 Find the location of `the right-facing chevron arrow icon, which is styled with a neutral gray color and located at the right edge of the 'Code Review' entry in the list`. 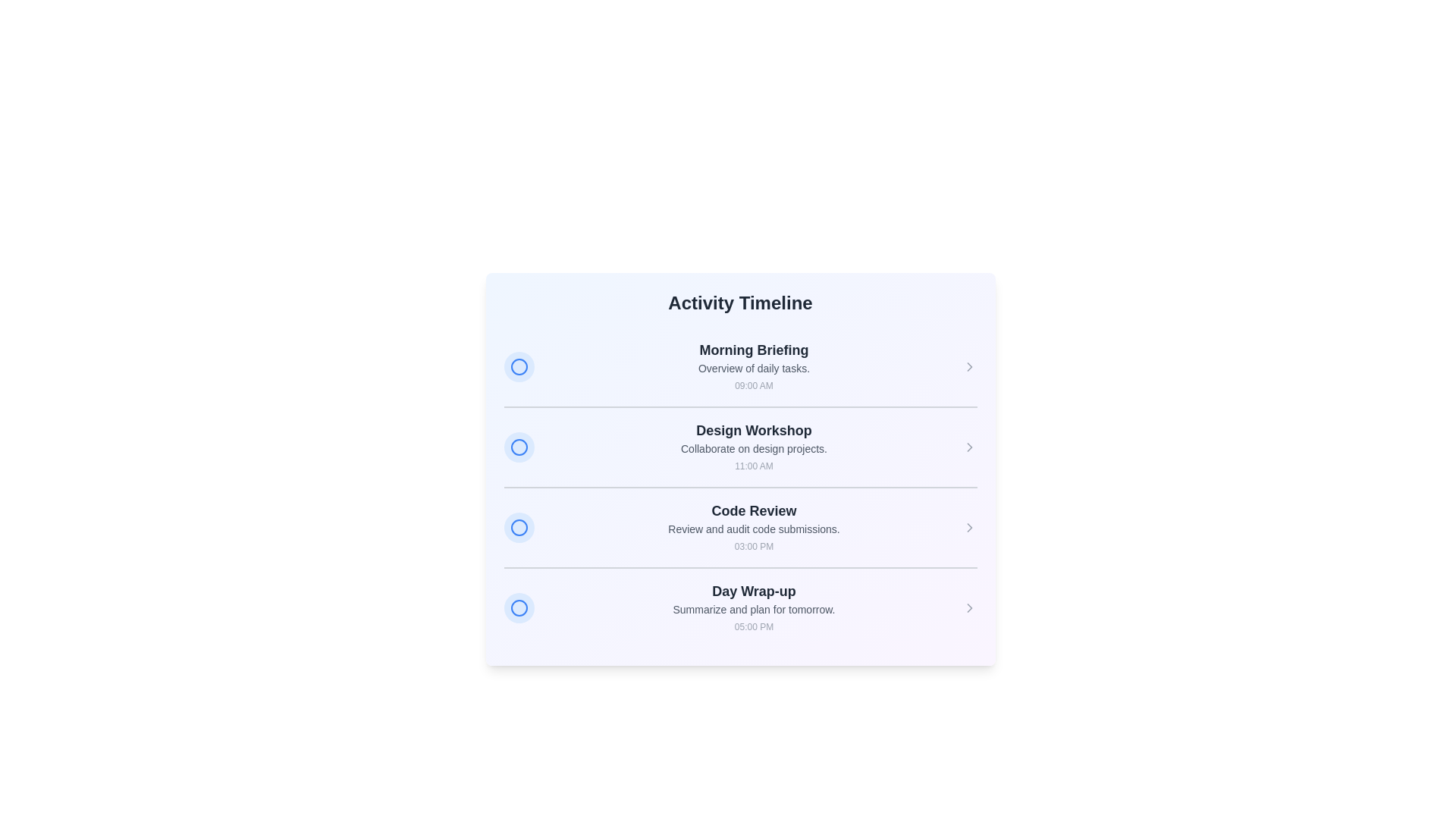

the right-facing chevron arrow icon, which is styled with a neutral gray color and located at the right edge of the 'Code Review' entry in the list is located at coordinates (968, 526).